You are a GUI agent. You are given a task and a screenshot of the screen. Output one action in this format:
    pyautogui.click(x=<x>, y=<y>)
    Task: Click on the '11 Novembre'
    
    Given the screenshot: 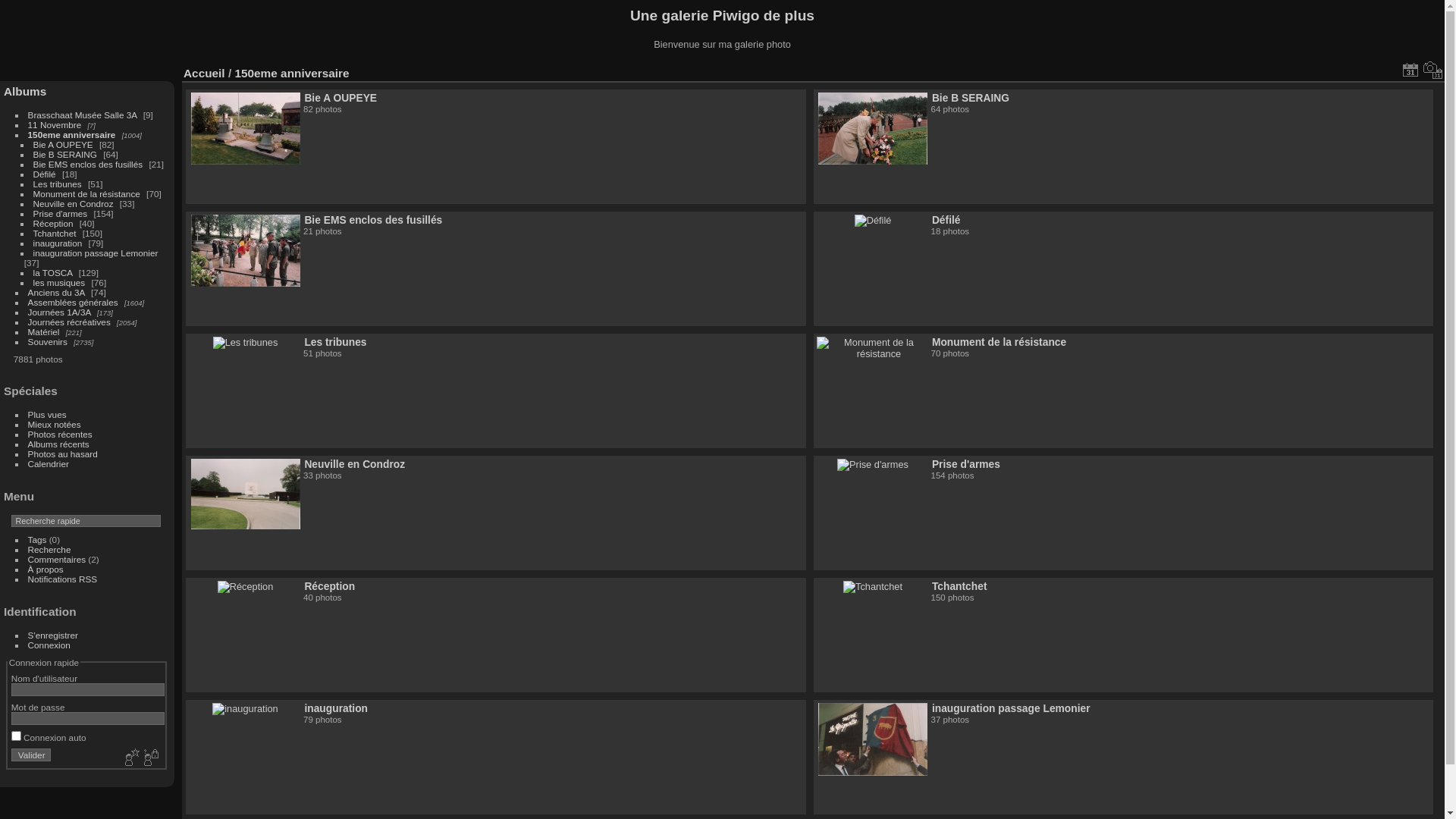 What is the action you would take?
    pyautogui.click(x=55, y=124)
    